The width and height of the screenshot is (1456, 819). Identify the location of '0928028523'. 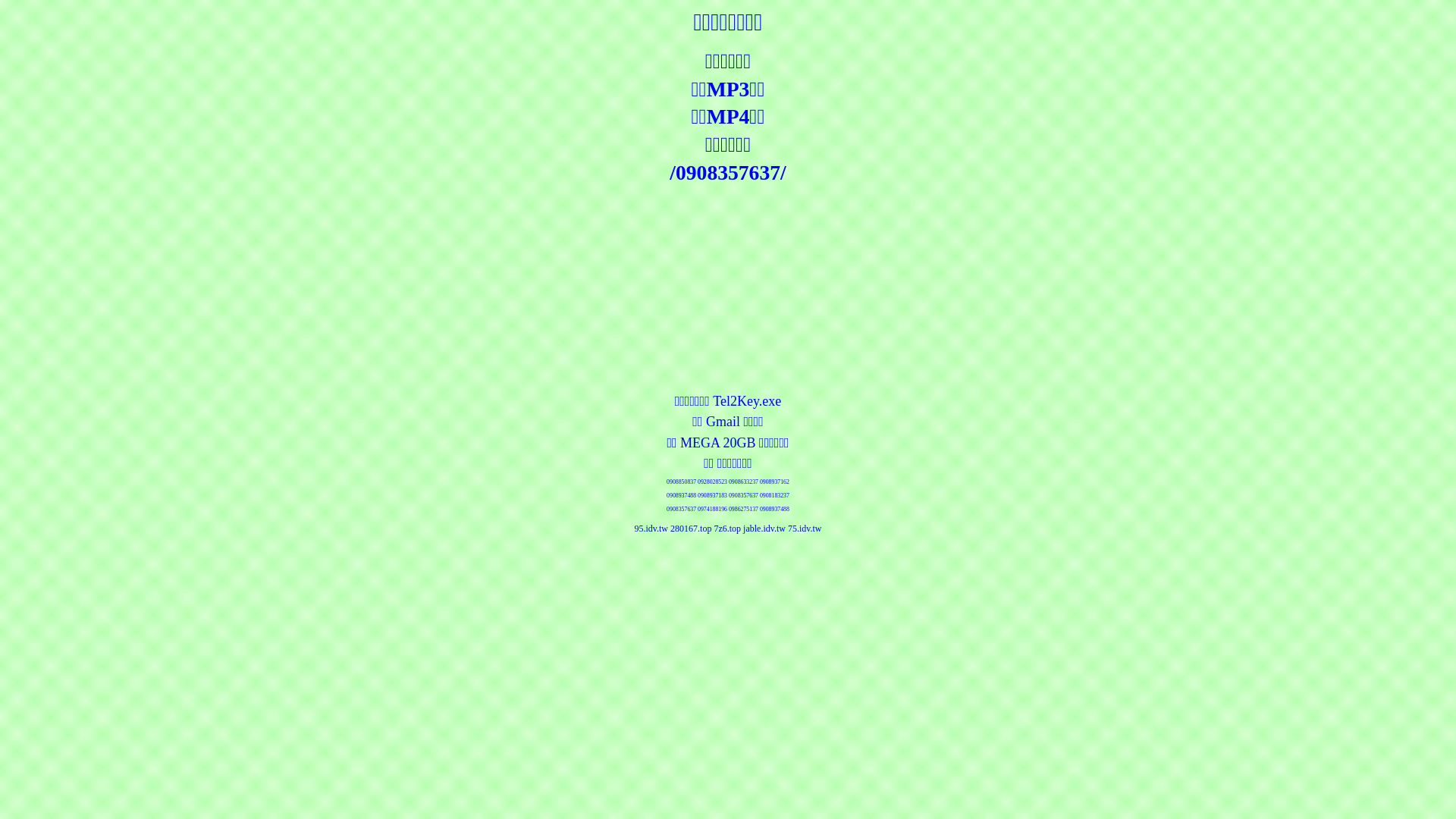
(711, 482).